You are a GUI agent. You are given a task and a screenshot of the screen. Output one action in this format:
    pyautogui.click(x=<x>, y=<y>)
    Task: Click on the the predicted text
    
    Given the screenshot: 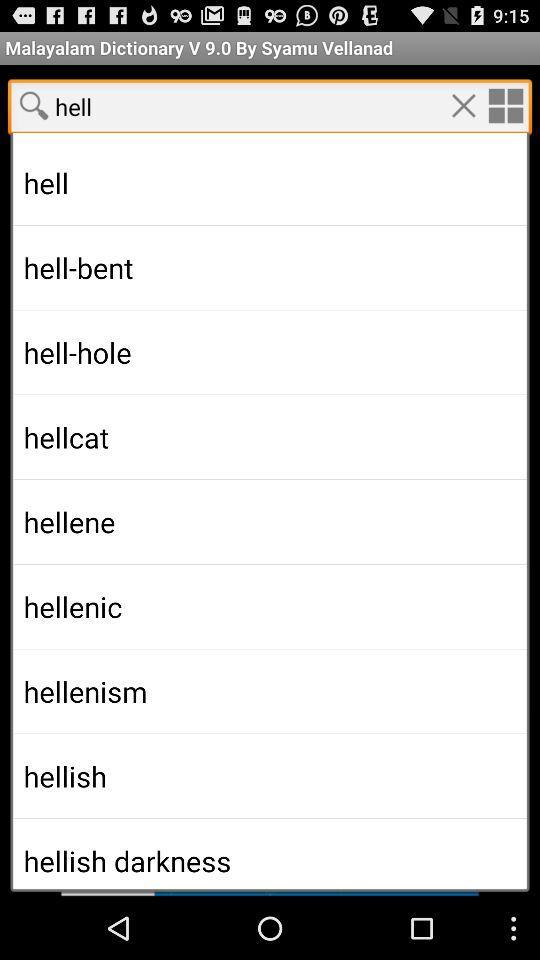 What is the action you would take?
    pyautogui.click(x=270, y=490)
    